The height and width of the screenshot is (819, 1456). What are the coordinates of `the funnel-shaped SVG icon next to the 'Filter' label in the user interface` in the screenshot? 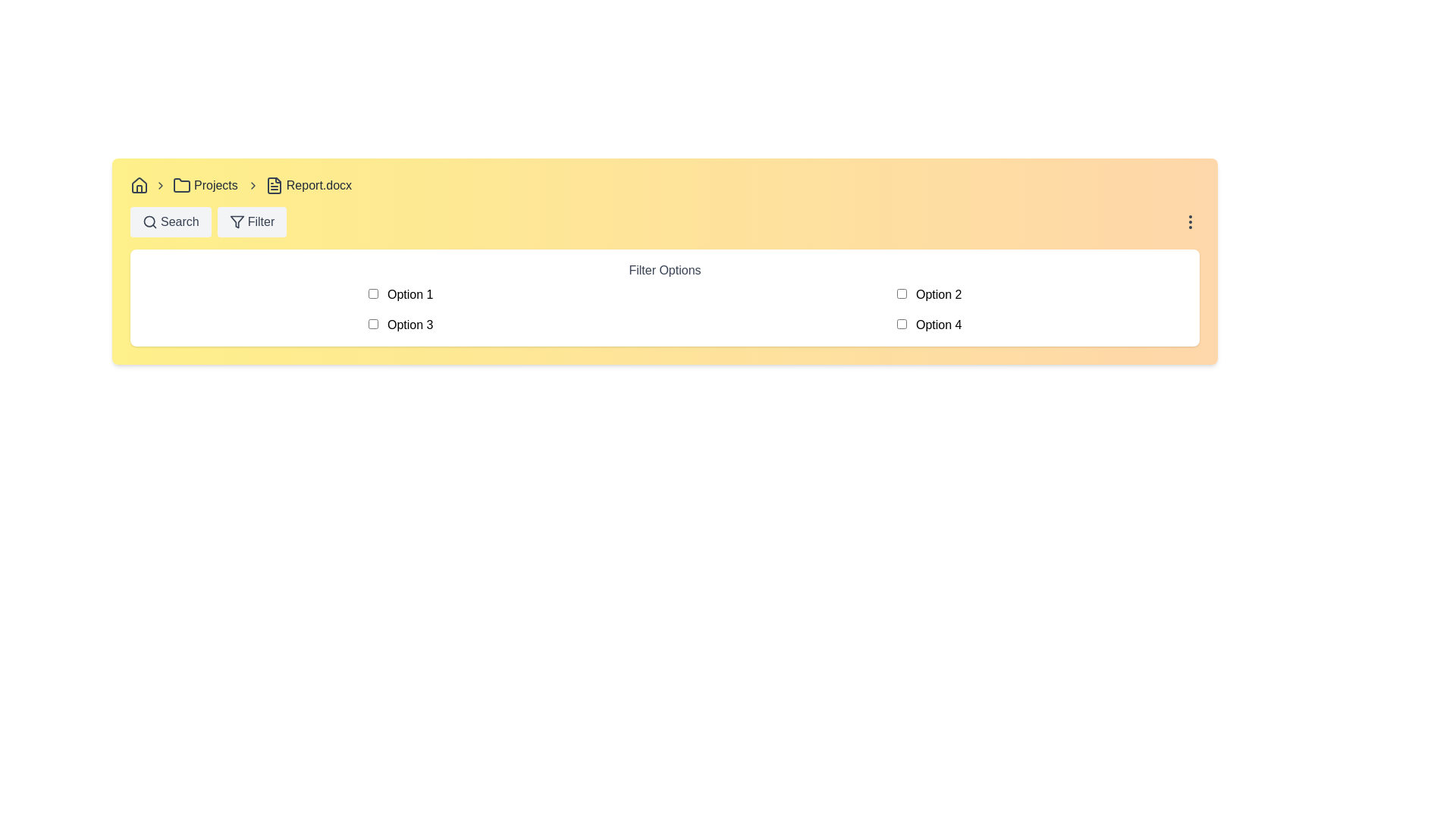 It's located at (236, 222).